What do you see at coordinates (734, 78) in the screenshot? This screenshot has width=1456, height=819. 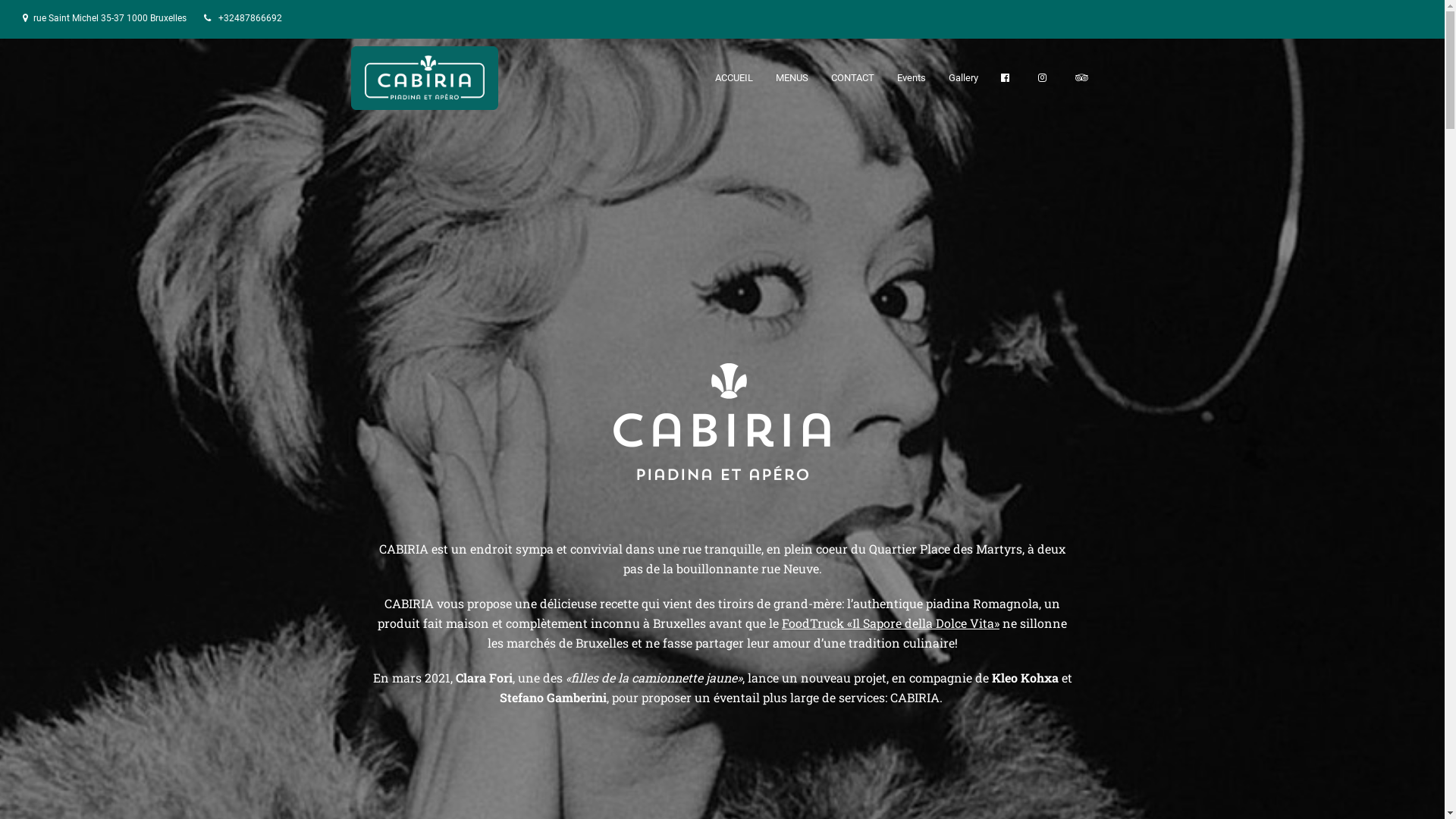 I see `'ACCUEIL'` at bounding box center [734, 78].